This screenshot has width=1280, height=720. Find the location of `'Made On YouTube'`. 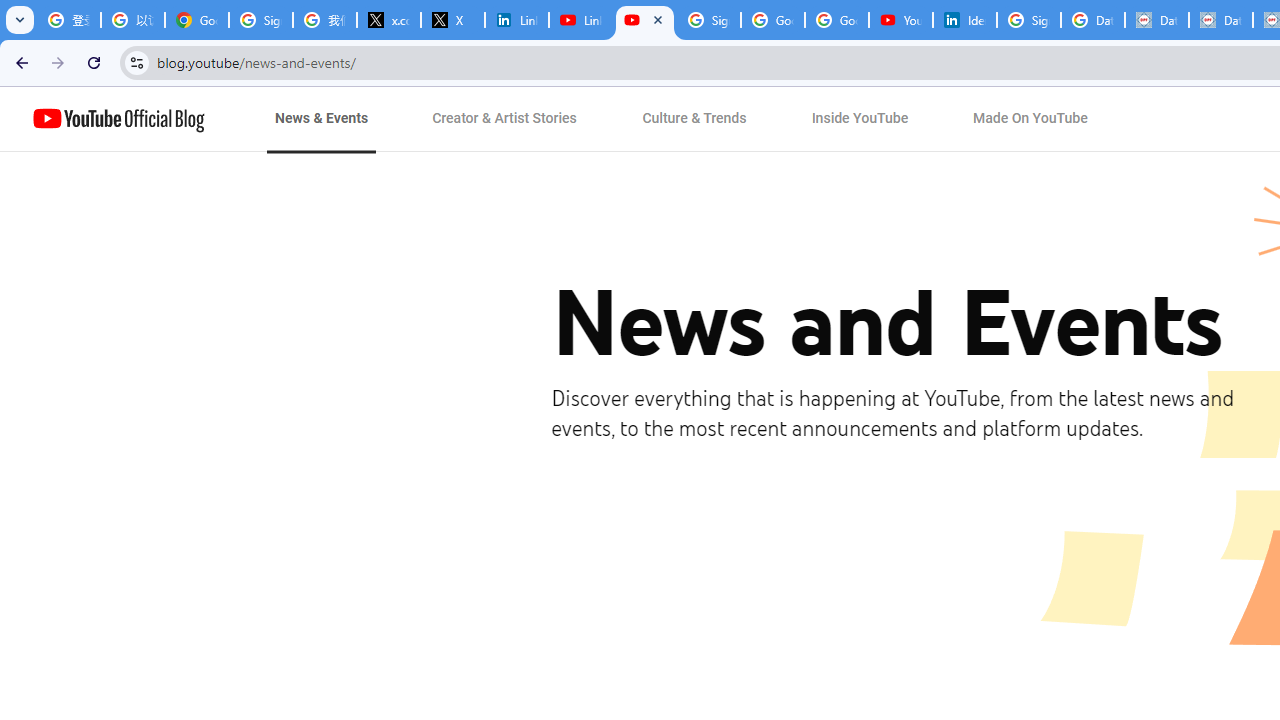

'Made On YouTube' is located at coordinates (1030, 119).